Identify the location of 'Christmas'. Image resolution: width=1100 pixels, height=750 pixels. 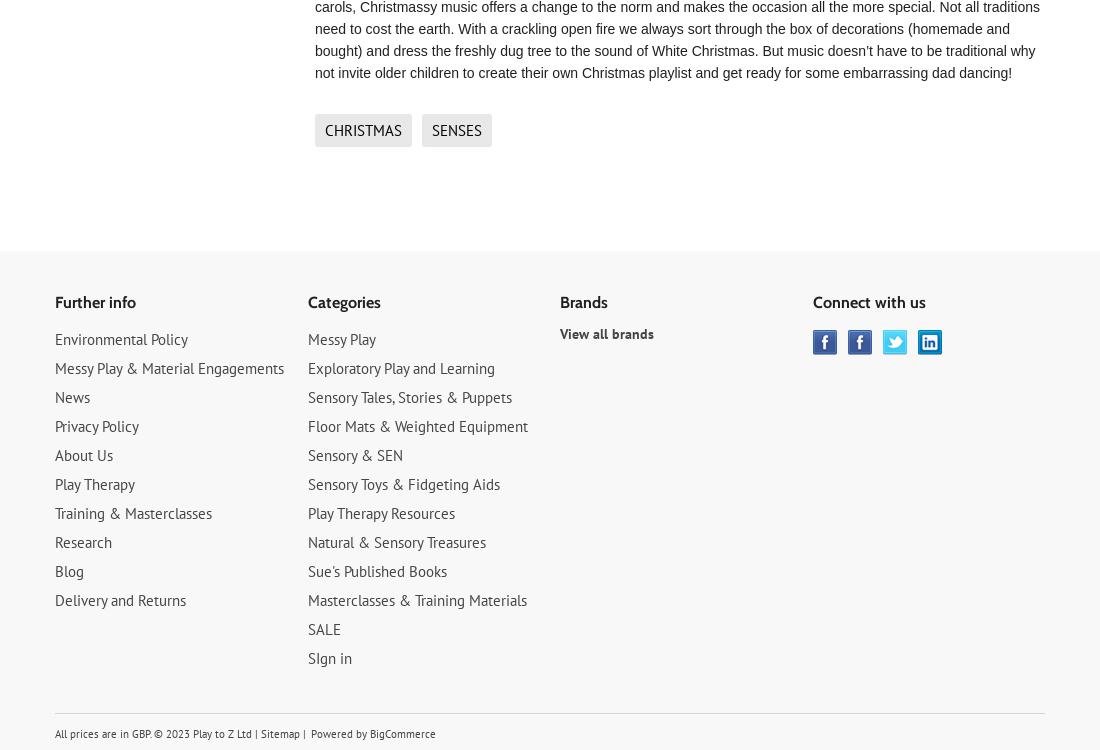
(363, 130).